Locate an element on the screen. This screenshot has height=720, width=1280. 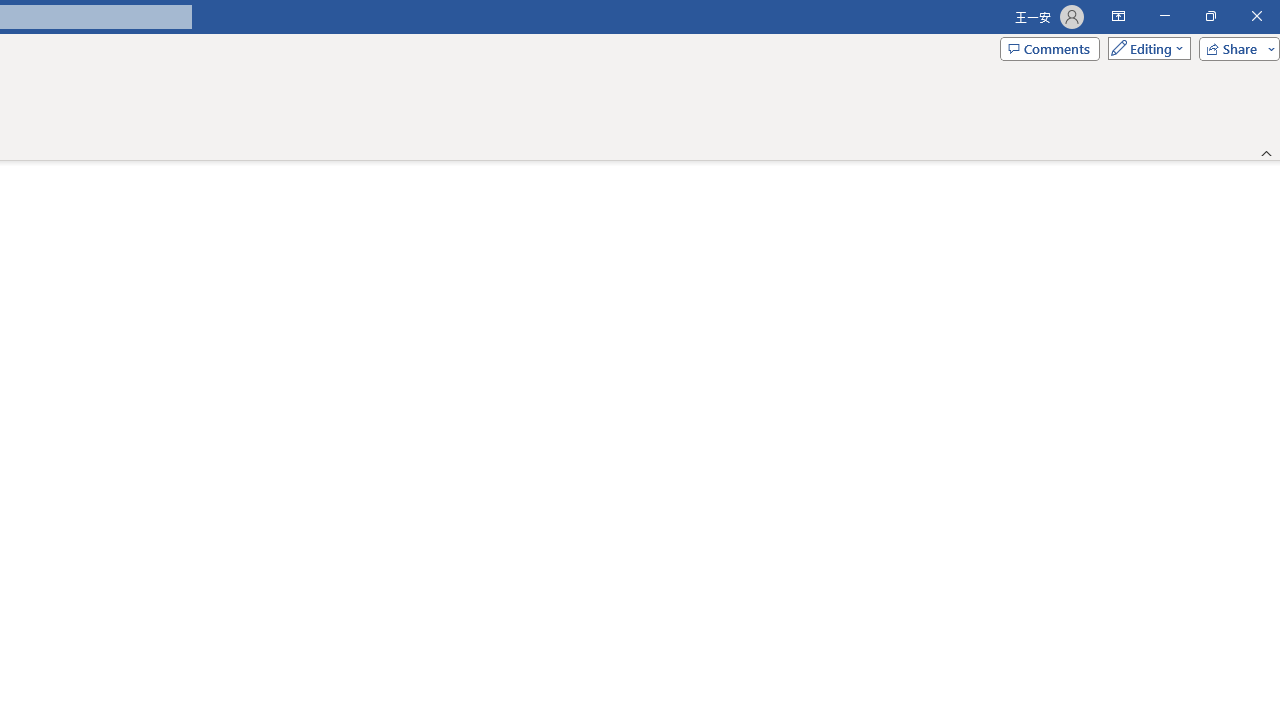
'Comments' is located at coordinates (1048, 47).